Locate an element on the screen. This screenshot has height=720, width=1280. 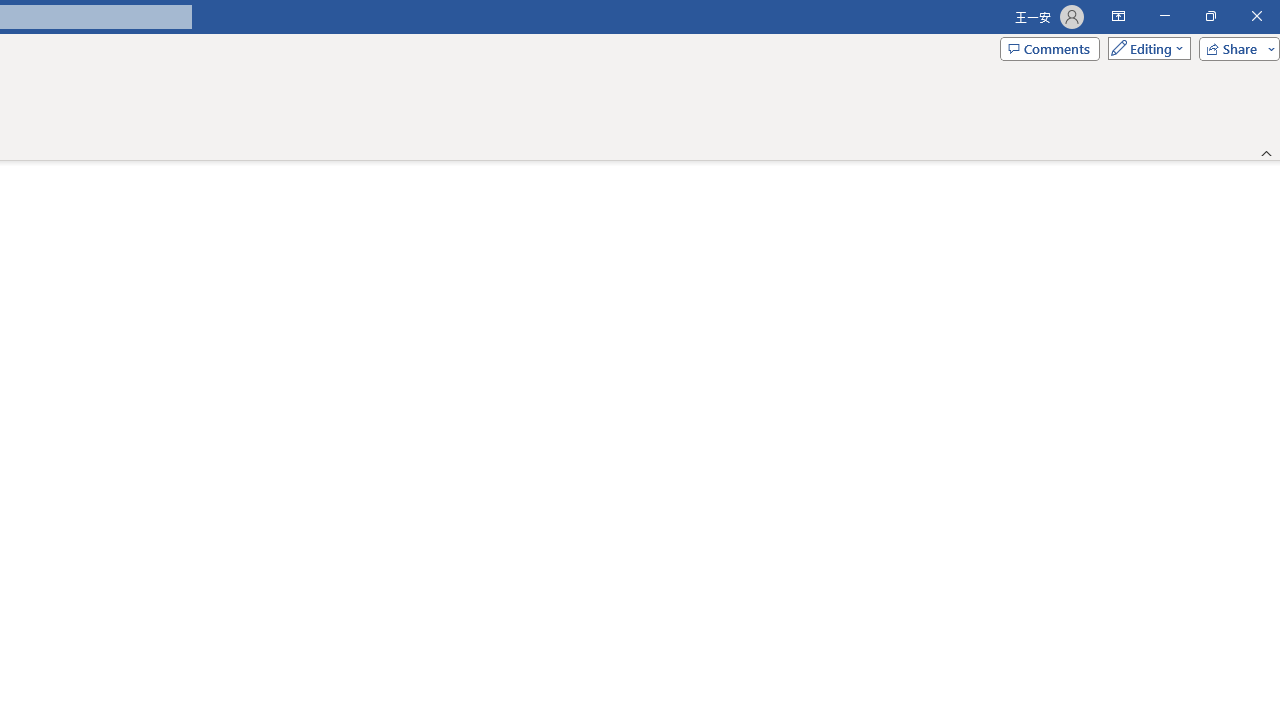
'Comments' is located at coordinates (1048, 47).